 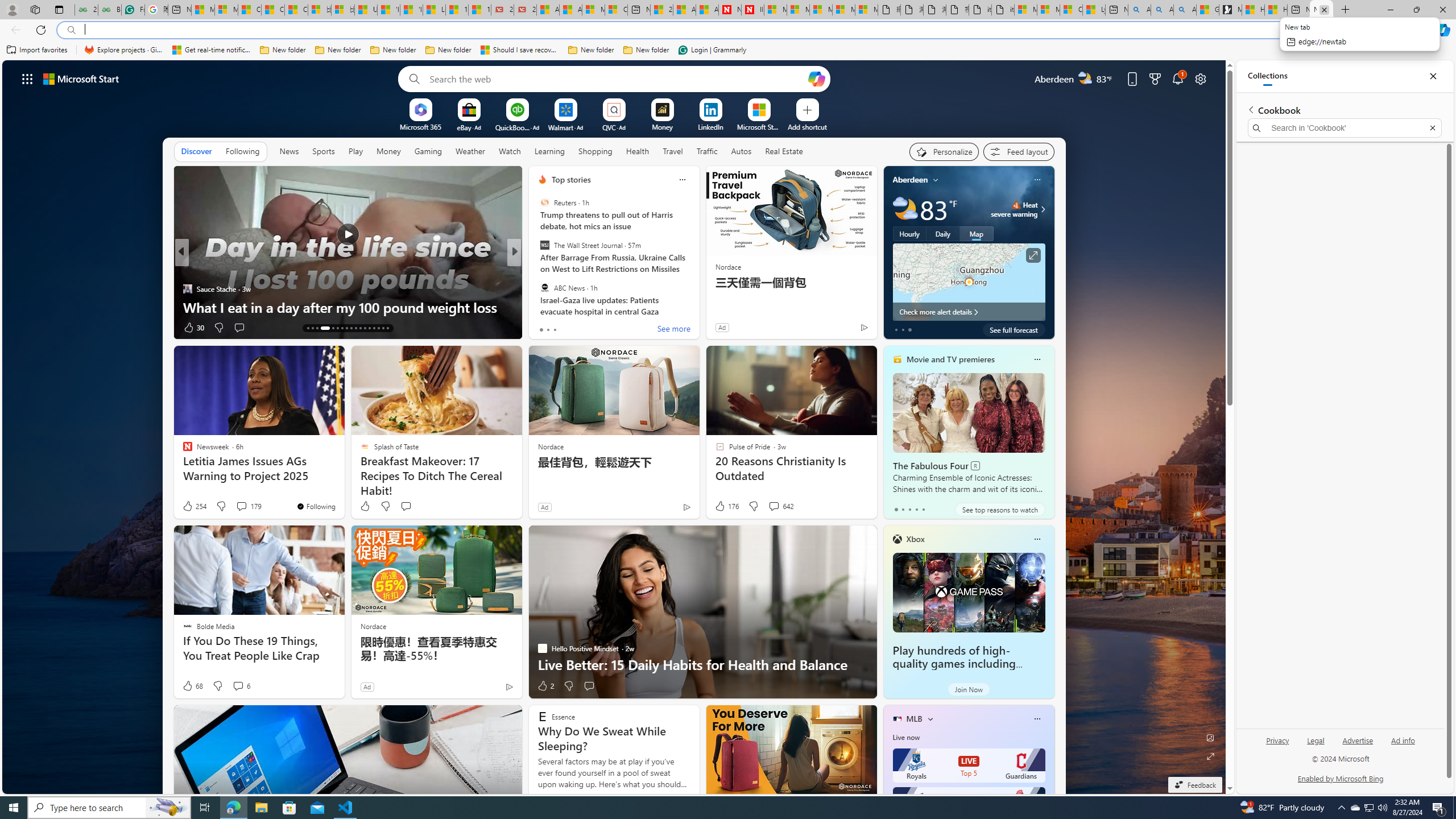 I want to click on 'Travel', so click(x=672, y=150).